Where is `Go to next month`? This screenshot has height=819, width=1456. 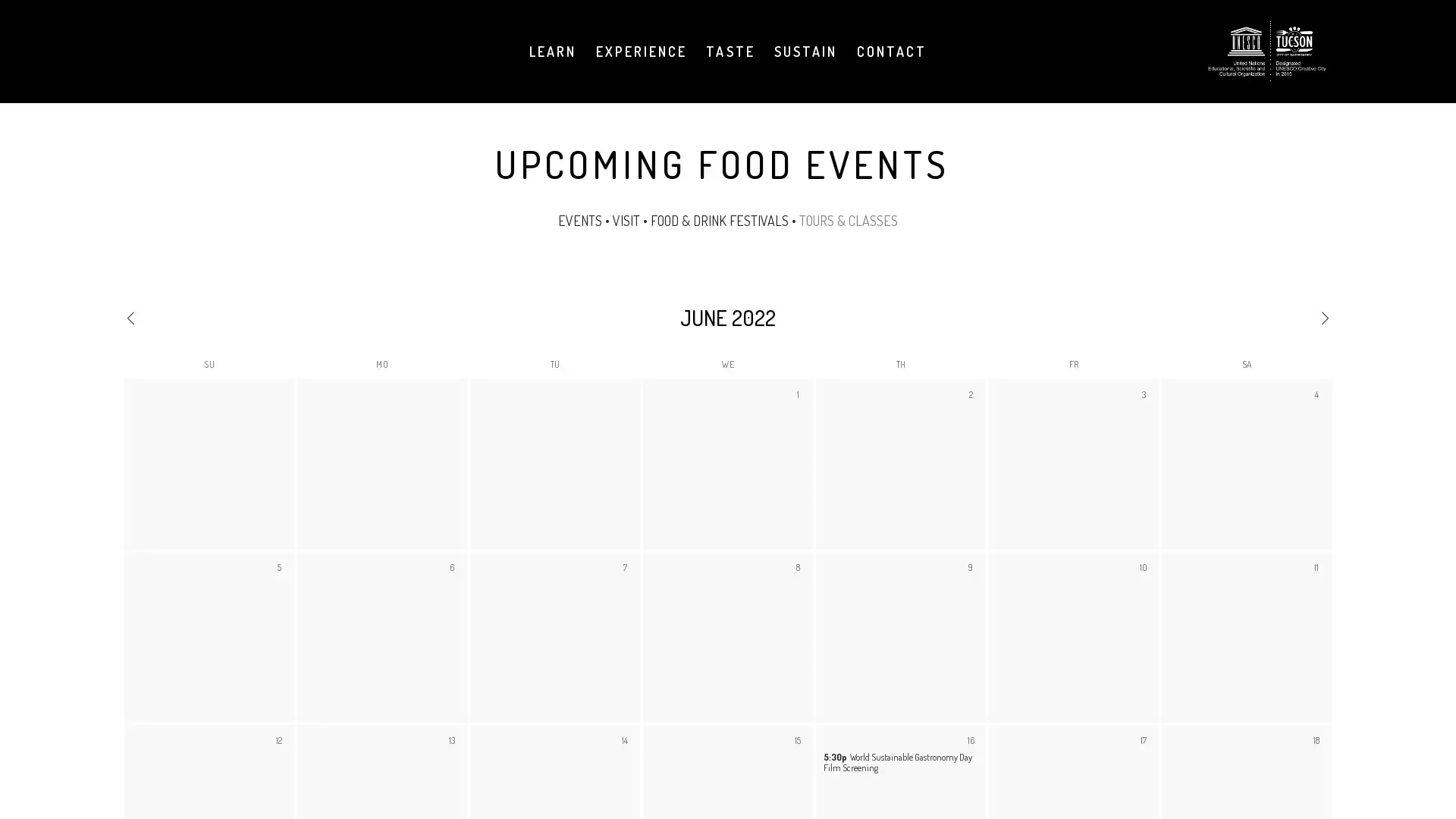 Go to next month is located at coordinates (1249, 315).